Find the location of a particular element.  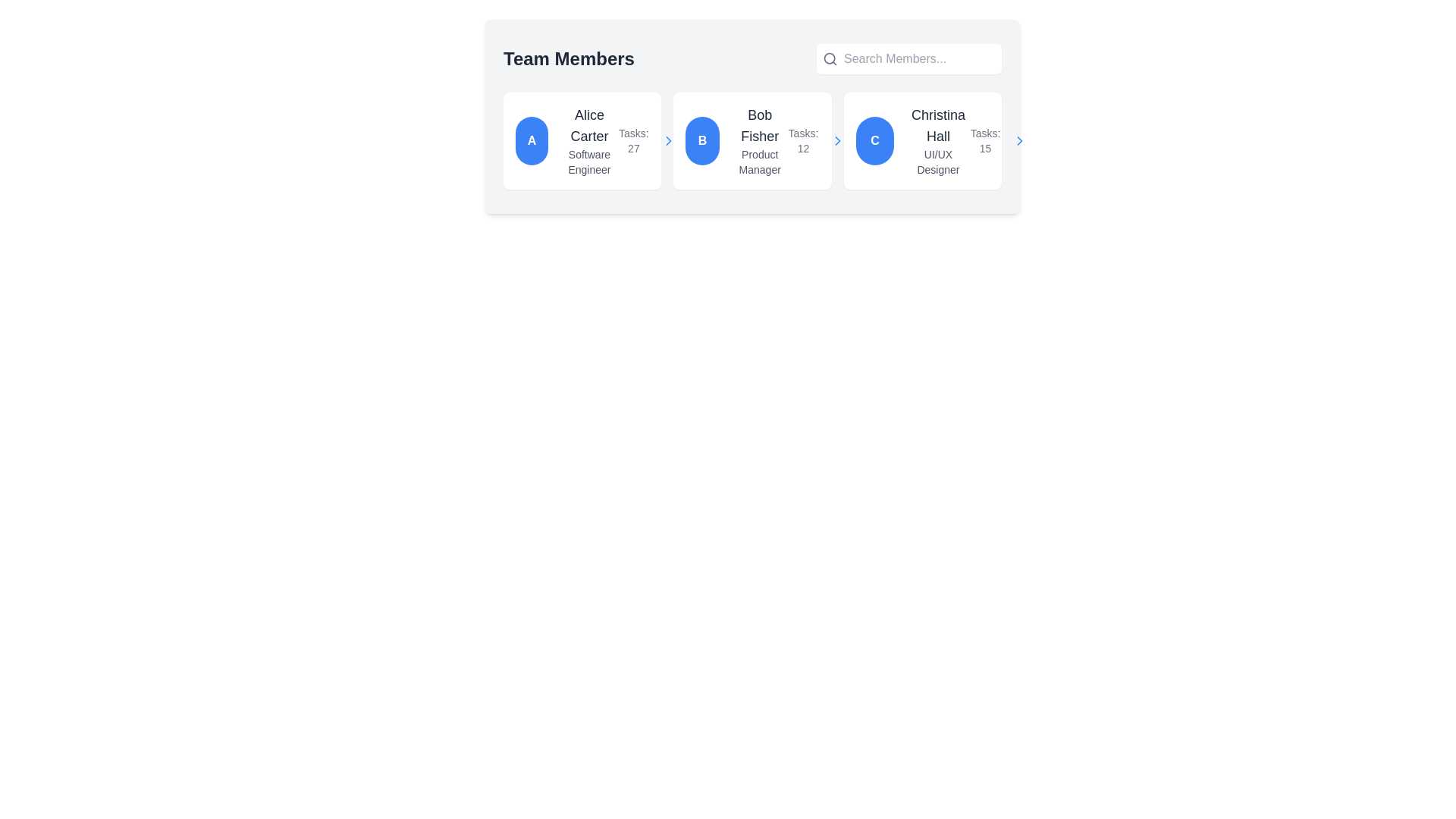

the right-facing chevron-shaped arrow button next to 'Tasks: 27' to observe styling changes is located at coordinates (667, 140).